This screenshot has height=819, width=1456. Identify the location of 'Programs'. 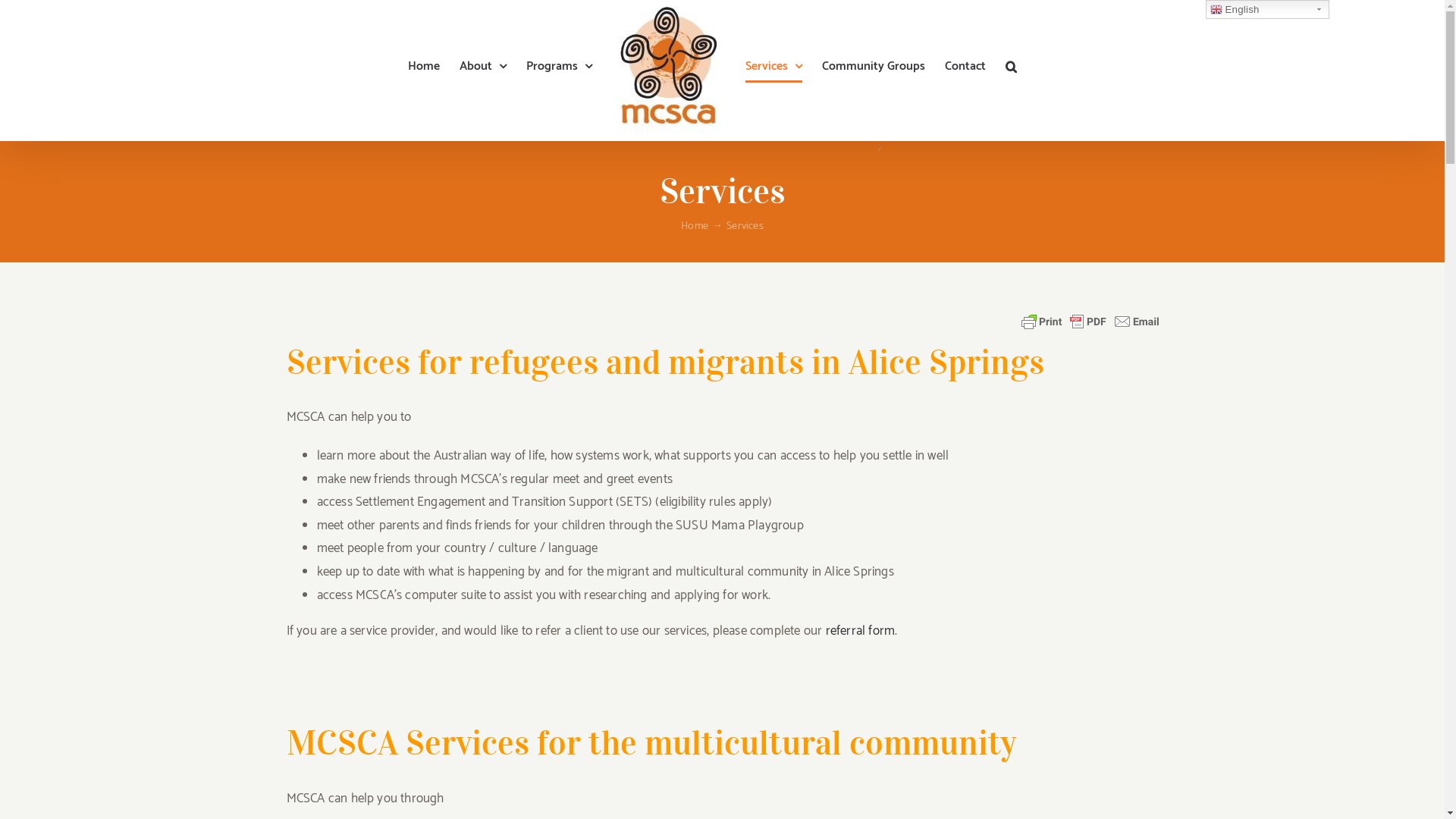
(558, 66).